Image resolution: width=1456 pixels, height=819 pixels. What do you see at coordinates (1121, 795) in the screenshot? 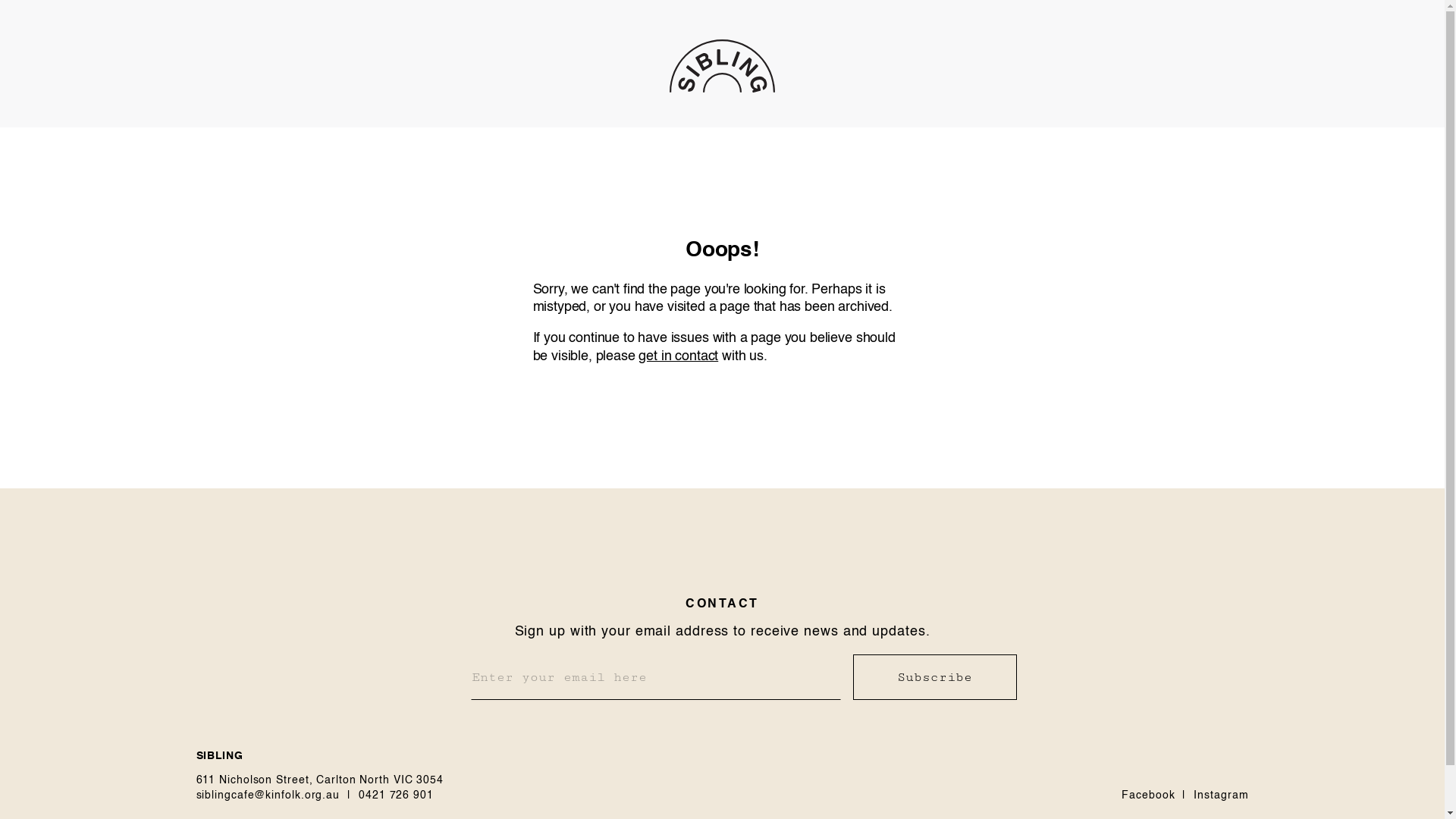
I see `'Facebook'` at bounding box center [1121, 795].